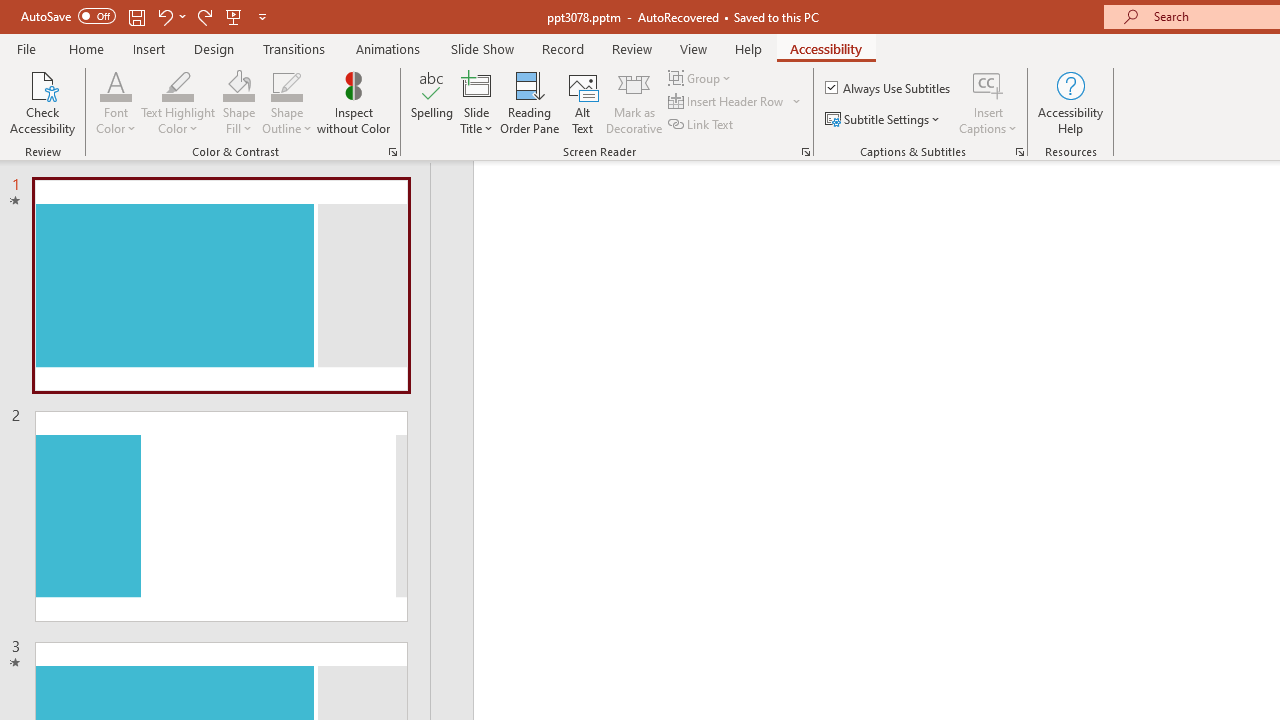 Image resolution: width=1280 pixels, height=720 pixels. What do you see at coordinates (883, 119) in the screenshot?
I see `'Subtitle Settings'` at bounding box center [883, 119].